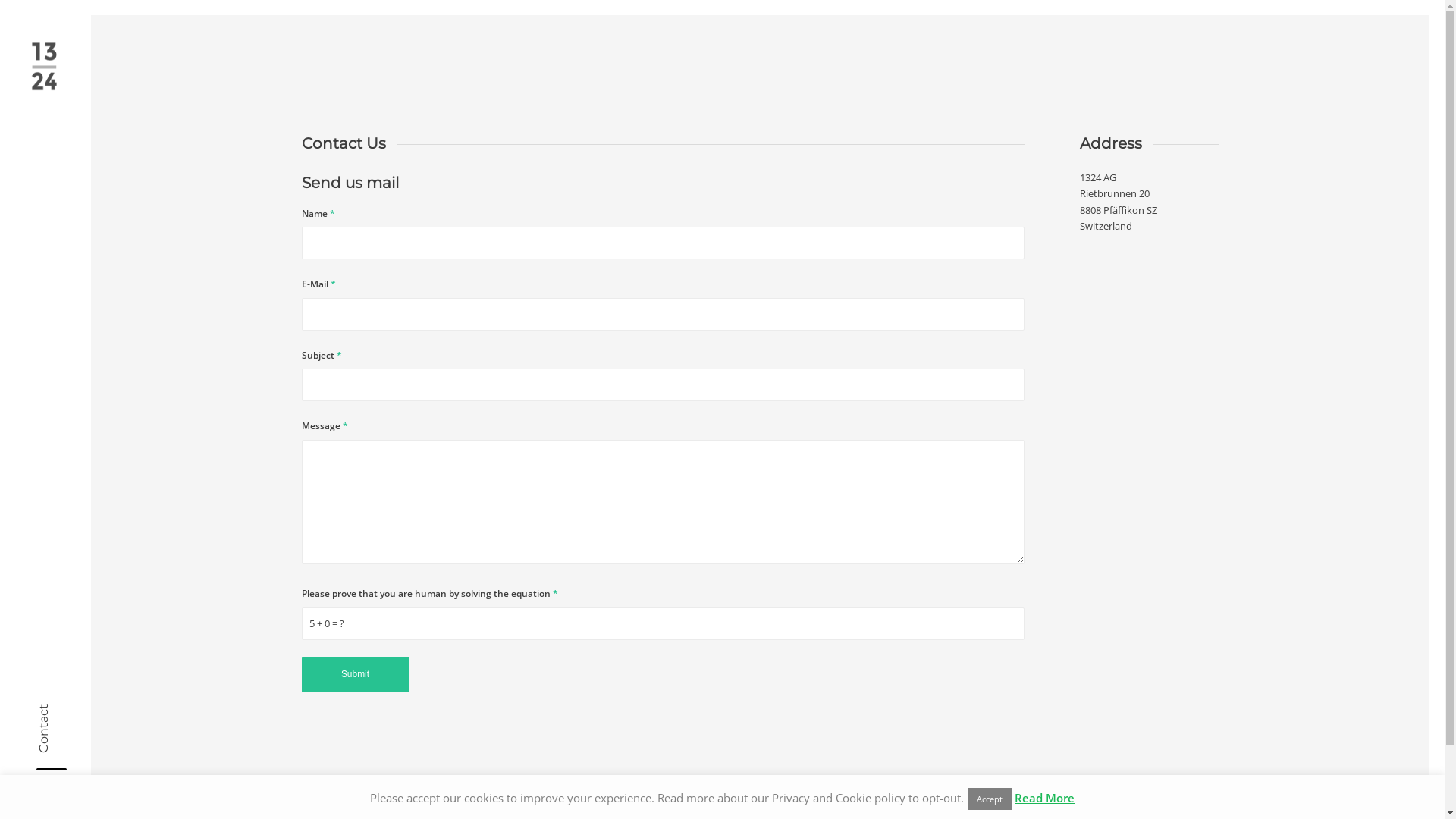 This screenshot has width=1456, height=819. What do you see at coordinates (1043, 797) in the screenshot?
I see `'Read More'` at bounding box center [1043, 797].